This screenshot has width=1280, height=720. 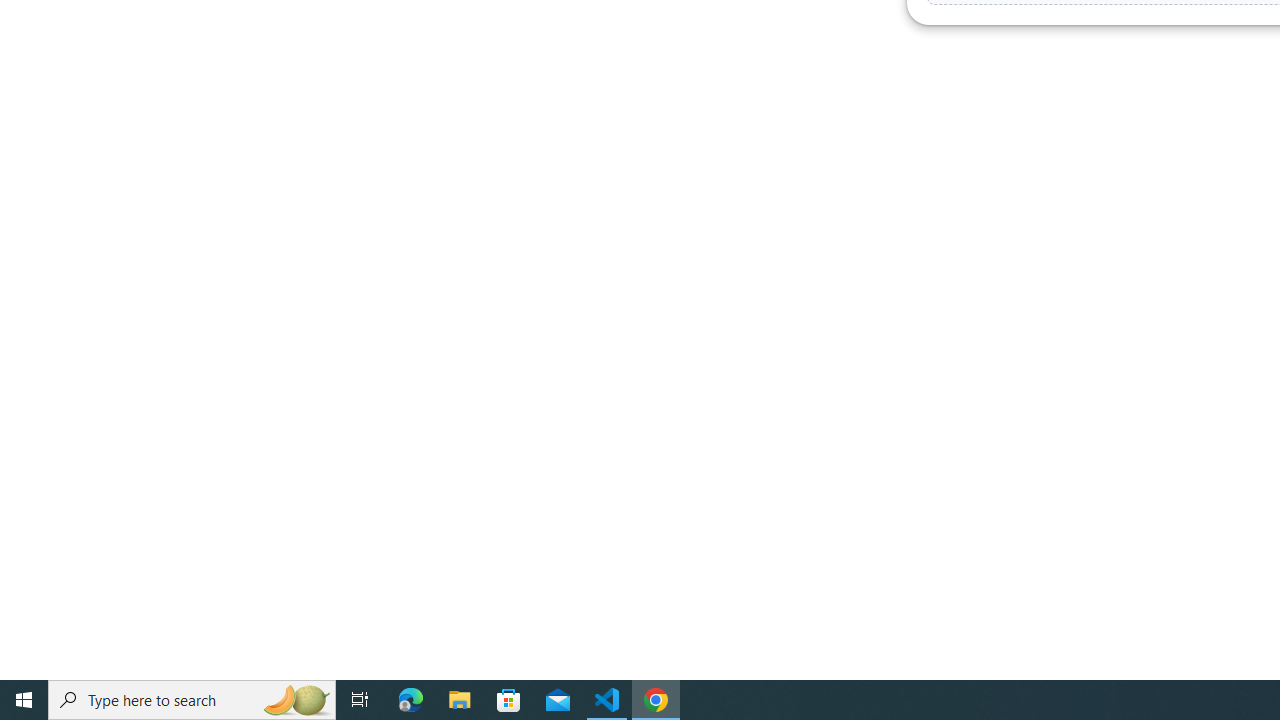 What do you see at coordinates (359, 698) in the screenshot?
I see `'Task View'` at bounding box center [359, 698].